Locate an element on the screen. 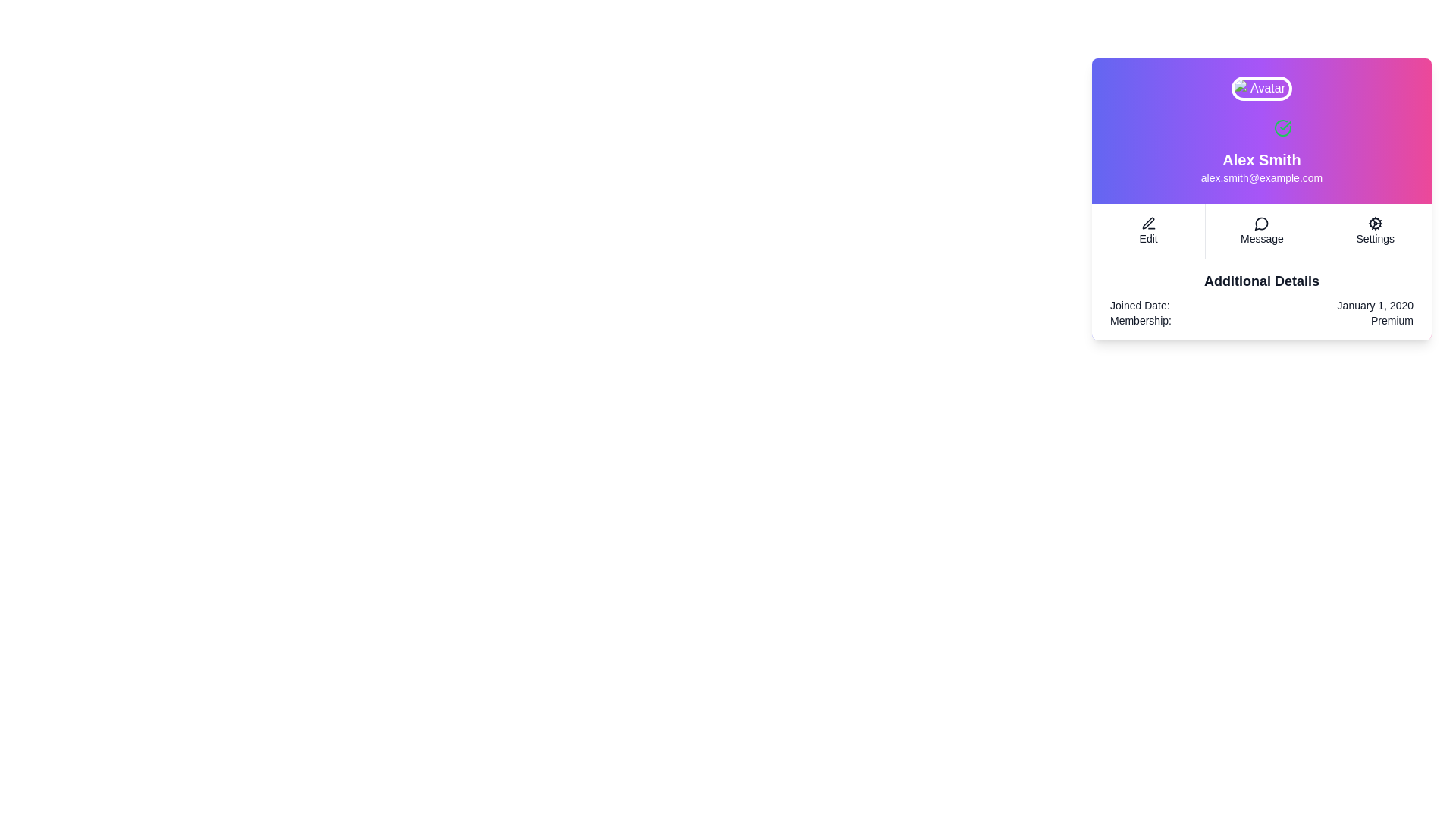  the green checkmark icon within the SVG graphic located at the bottom-right corner of the circular badge on the user profile card is located at coordinates (1285, 124).